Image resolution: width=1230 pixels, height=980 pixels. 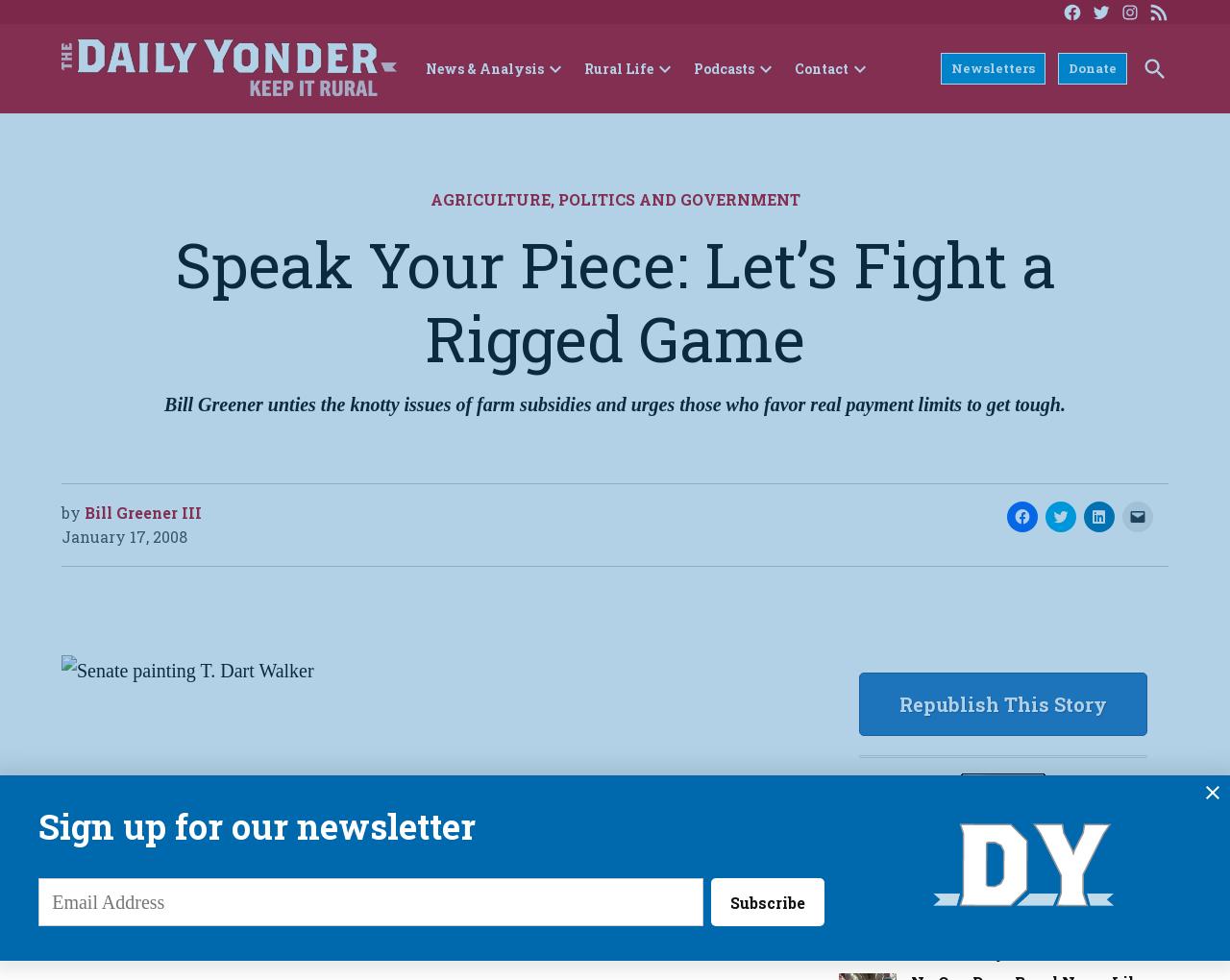 What do you see at coordinates (84, 510) in the screenshot?
I see `'Bill Greener III'` at bounding box center [84, 510].